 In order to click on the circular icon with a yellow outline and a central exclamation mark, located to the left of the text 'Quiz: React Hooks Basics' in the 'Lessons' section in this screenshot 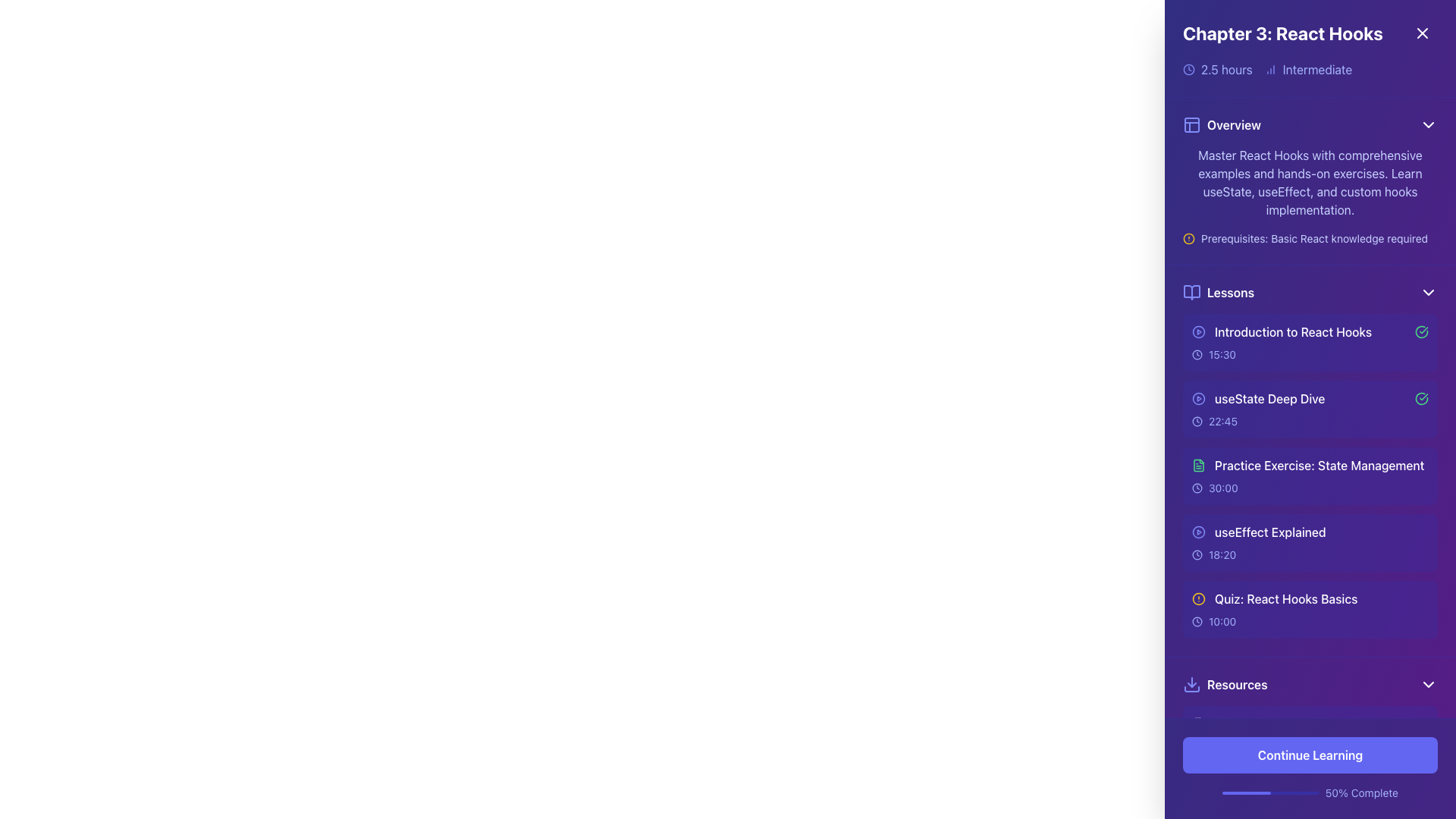, I will do `click(1197, 598)`.